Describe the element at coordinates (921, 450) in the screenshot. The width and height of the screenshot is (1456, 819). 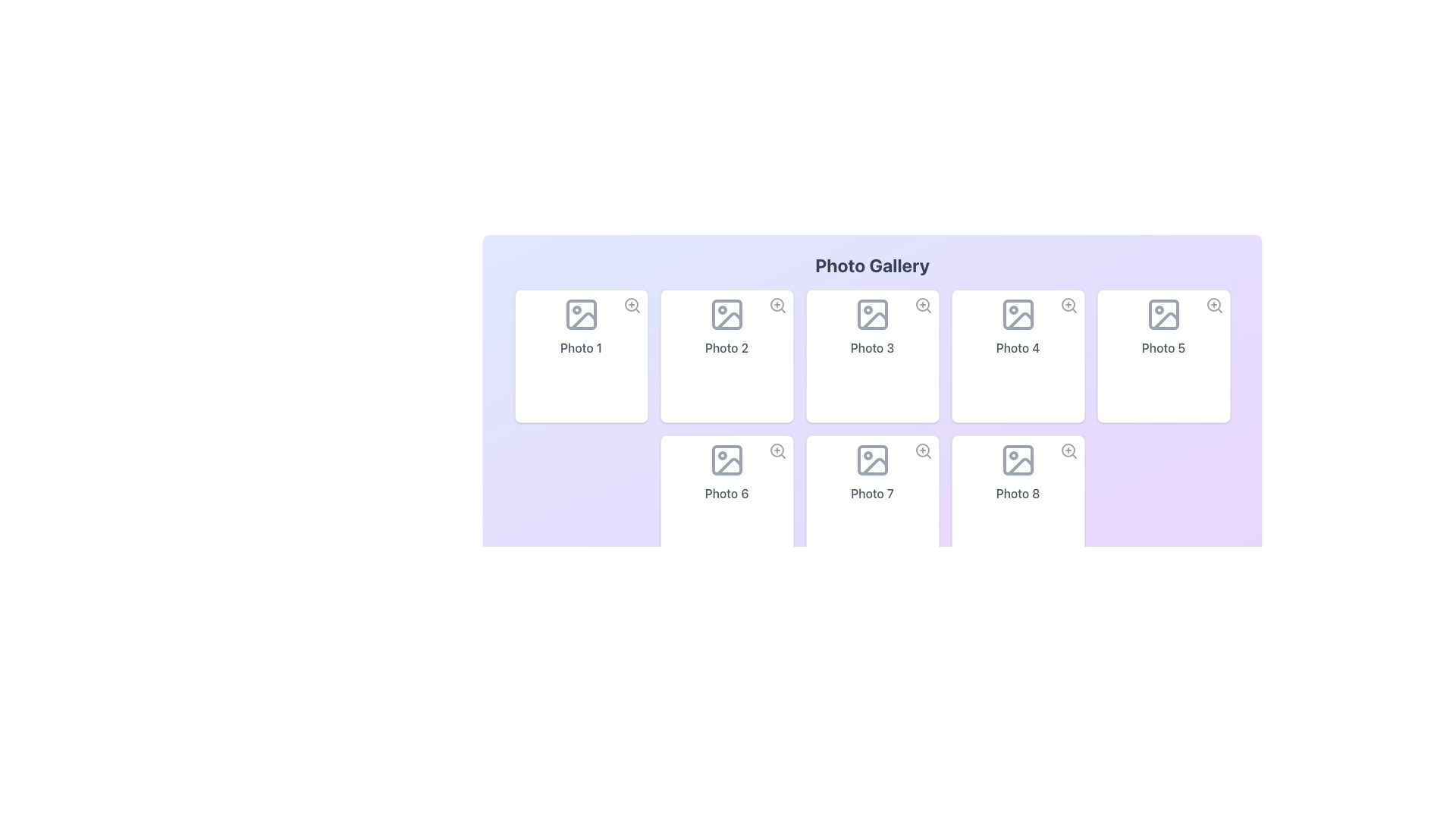
I see `the magnifying glass icon represented by the circle within the SVG graphic located at the bottom-right corner of 'Photo 7' to zoom` at that location.